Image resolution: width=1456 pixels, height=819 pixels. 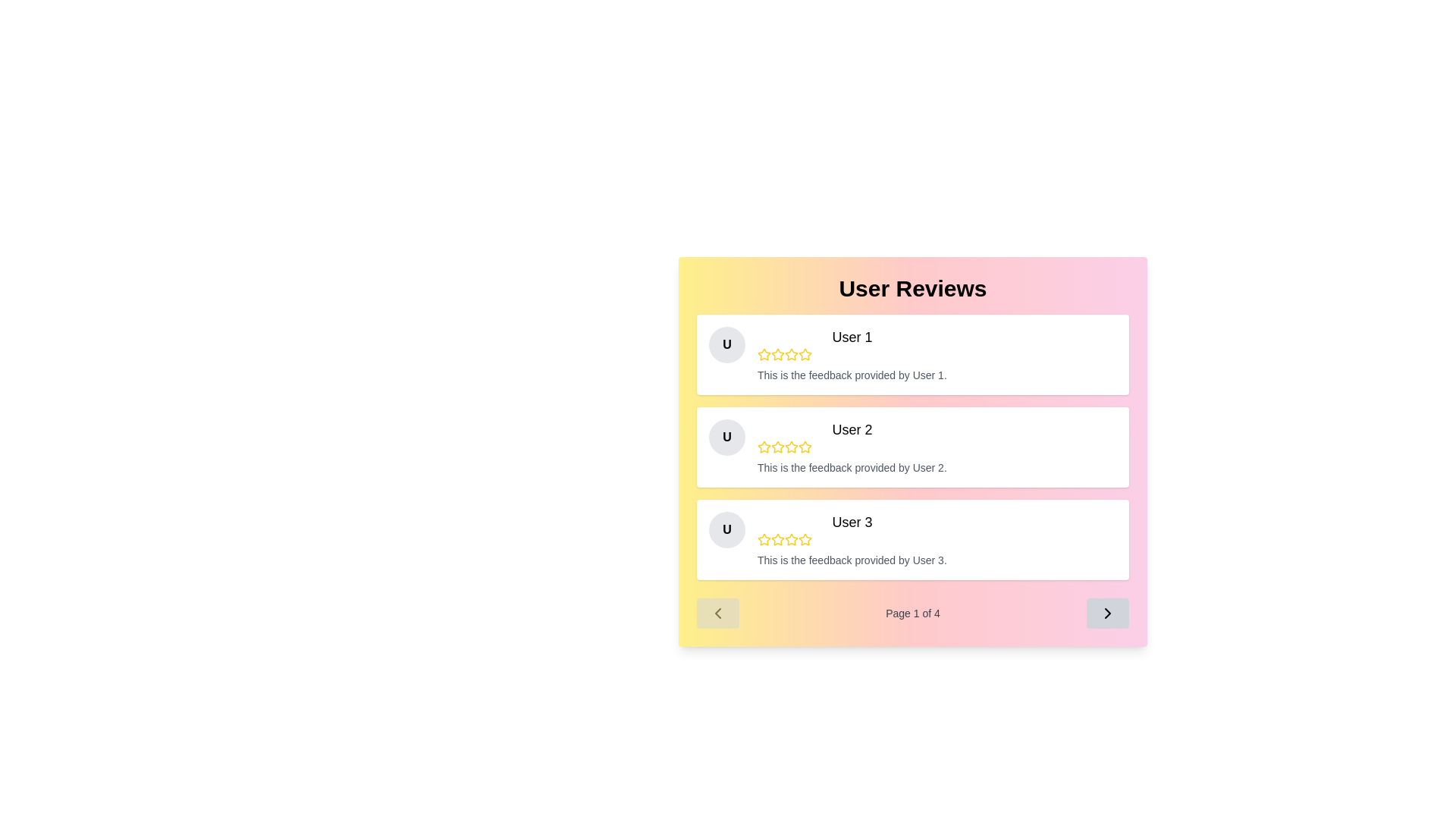 I want to click on the text label that reads 'This is the feedback provided by User 3.' located below the username 'User 3' and the rating stars in the feedback section of the third user card, so click(x=852, y=560).